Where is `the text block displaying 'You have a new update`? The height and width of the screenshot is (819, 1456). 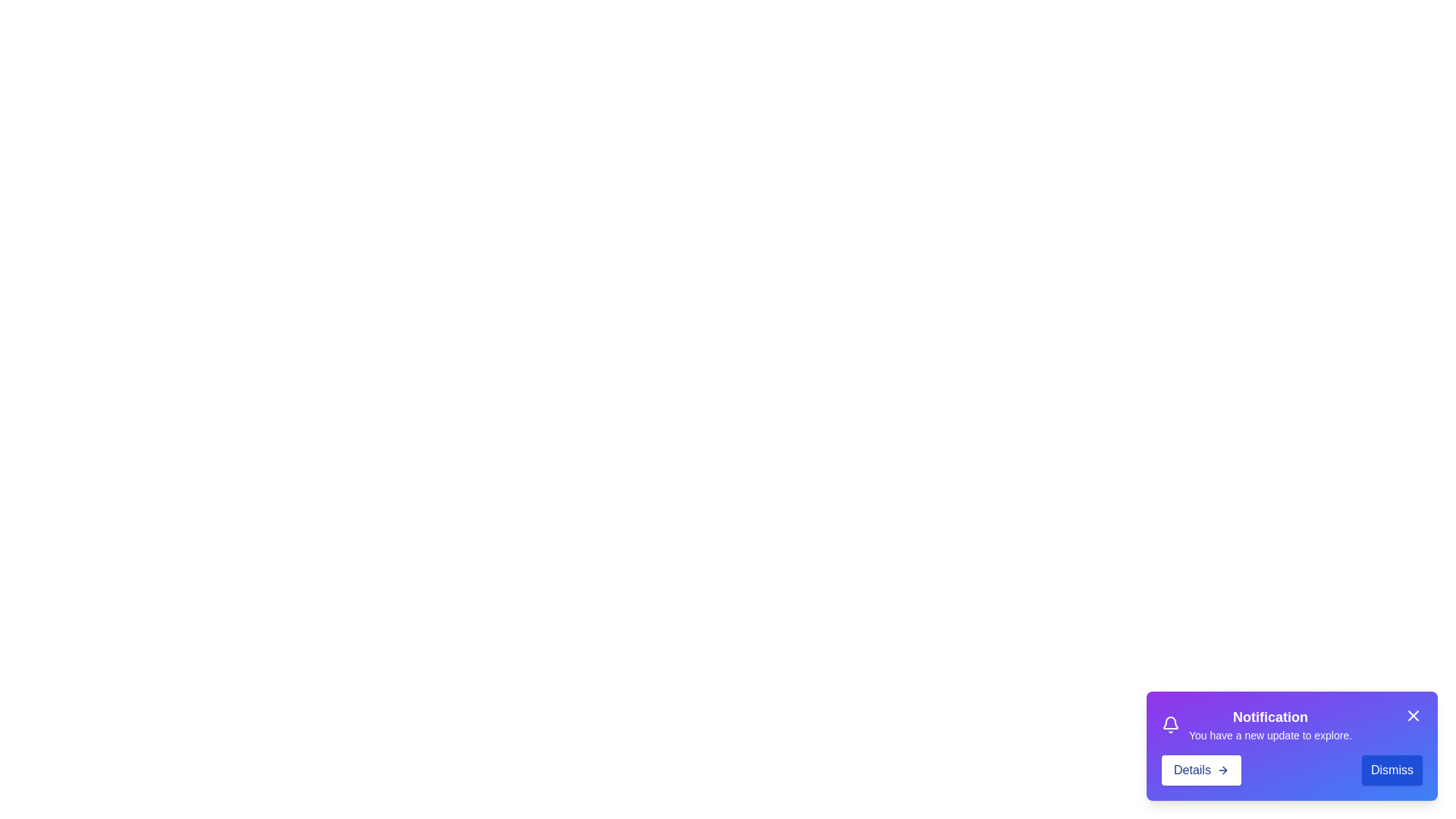 the text block displaying 'You have a new update is located at coordinates (1270, 734).